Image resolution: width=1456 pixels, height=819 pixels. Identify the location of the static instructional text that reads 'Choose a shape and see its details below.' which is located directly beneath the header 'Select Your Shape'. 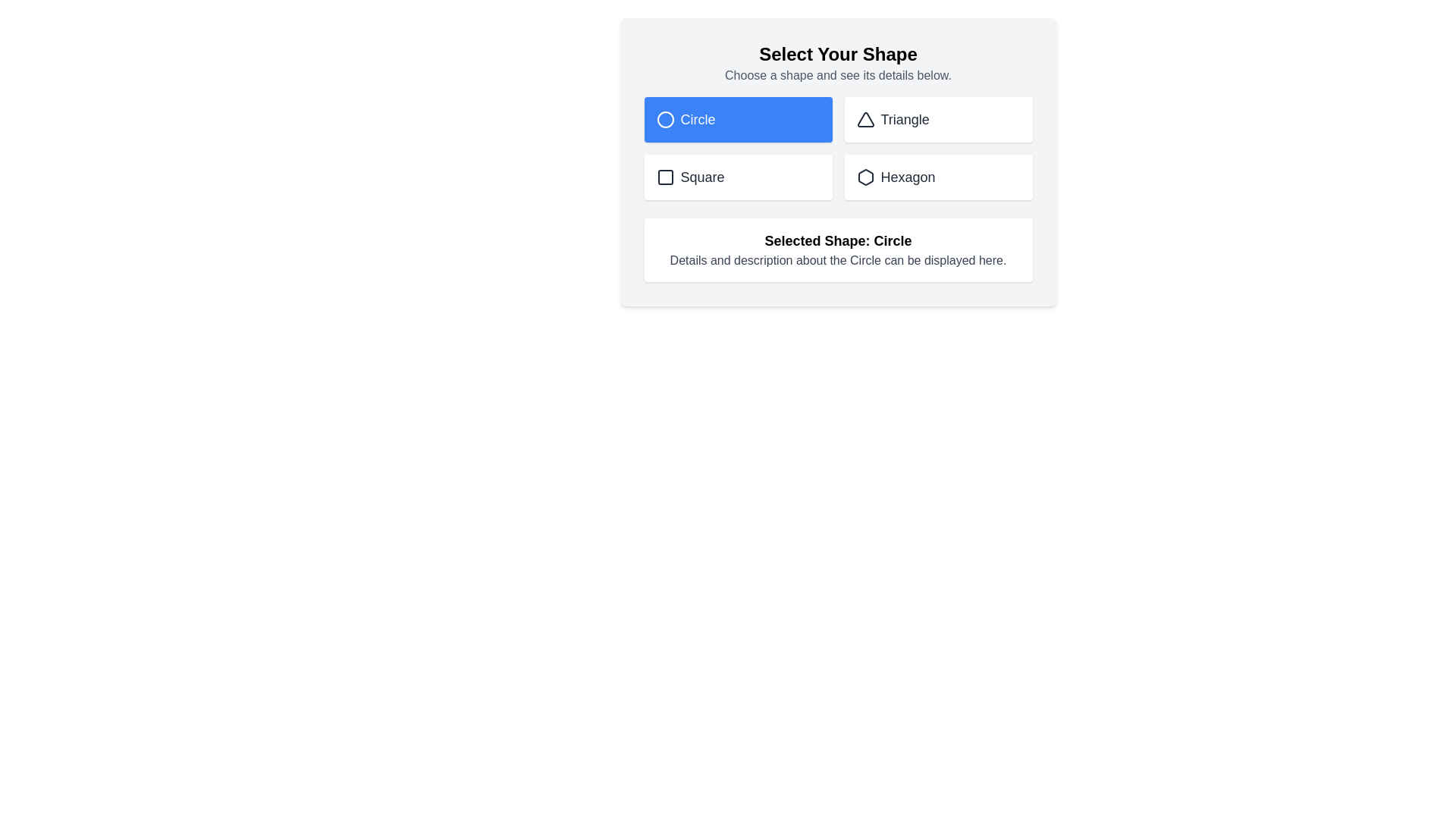
(837, 76).